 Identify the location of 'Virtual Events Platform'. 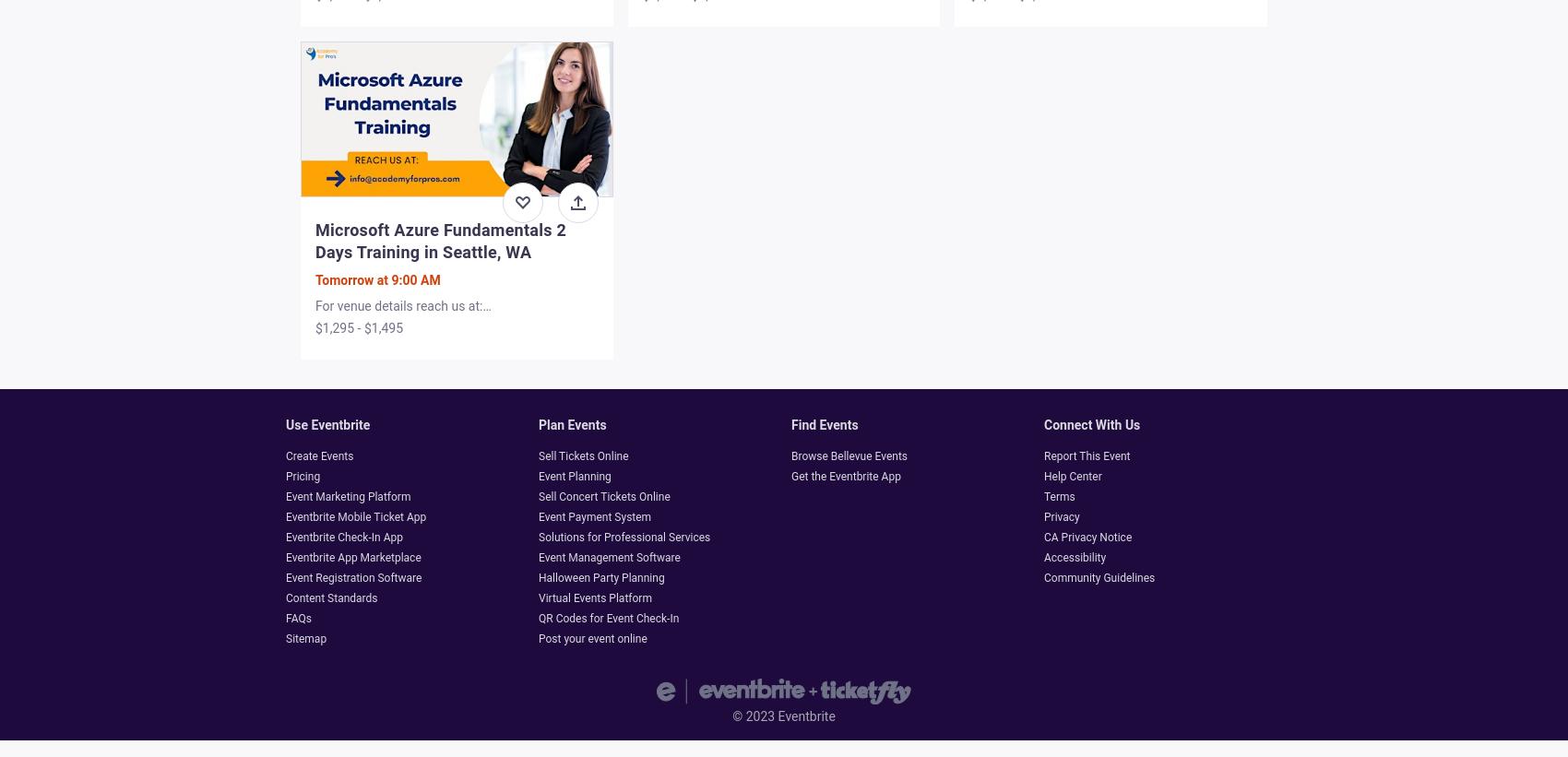
(537, 597).